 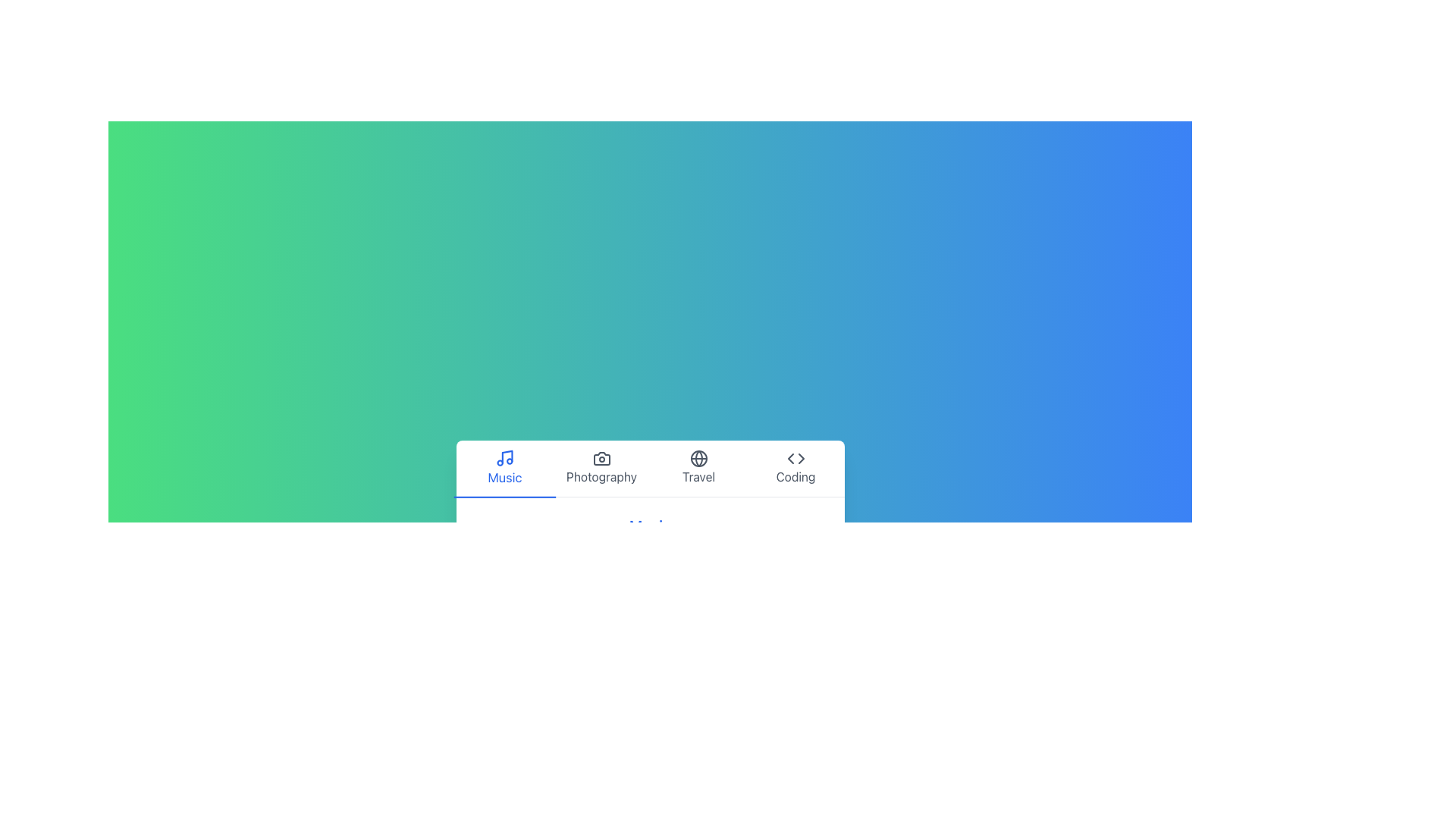 What do you see at coordinates (698, 457) in the screenshot?
I see `on the 'Travel' icon located in the third section of a horizontal navigation bar that includes 'Music,' 'Photography,' 'Travel,' and 'Coding.'` at bounding box center [698, 457].